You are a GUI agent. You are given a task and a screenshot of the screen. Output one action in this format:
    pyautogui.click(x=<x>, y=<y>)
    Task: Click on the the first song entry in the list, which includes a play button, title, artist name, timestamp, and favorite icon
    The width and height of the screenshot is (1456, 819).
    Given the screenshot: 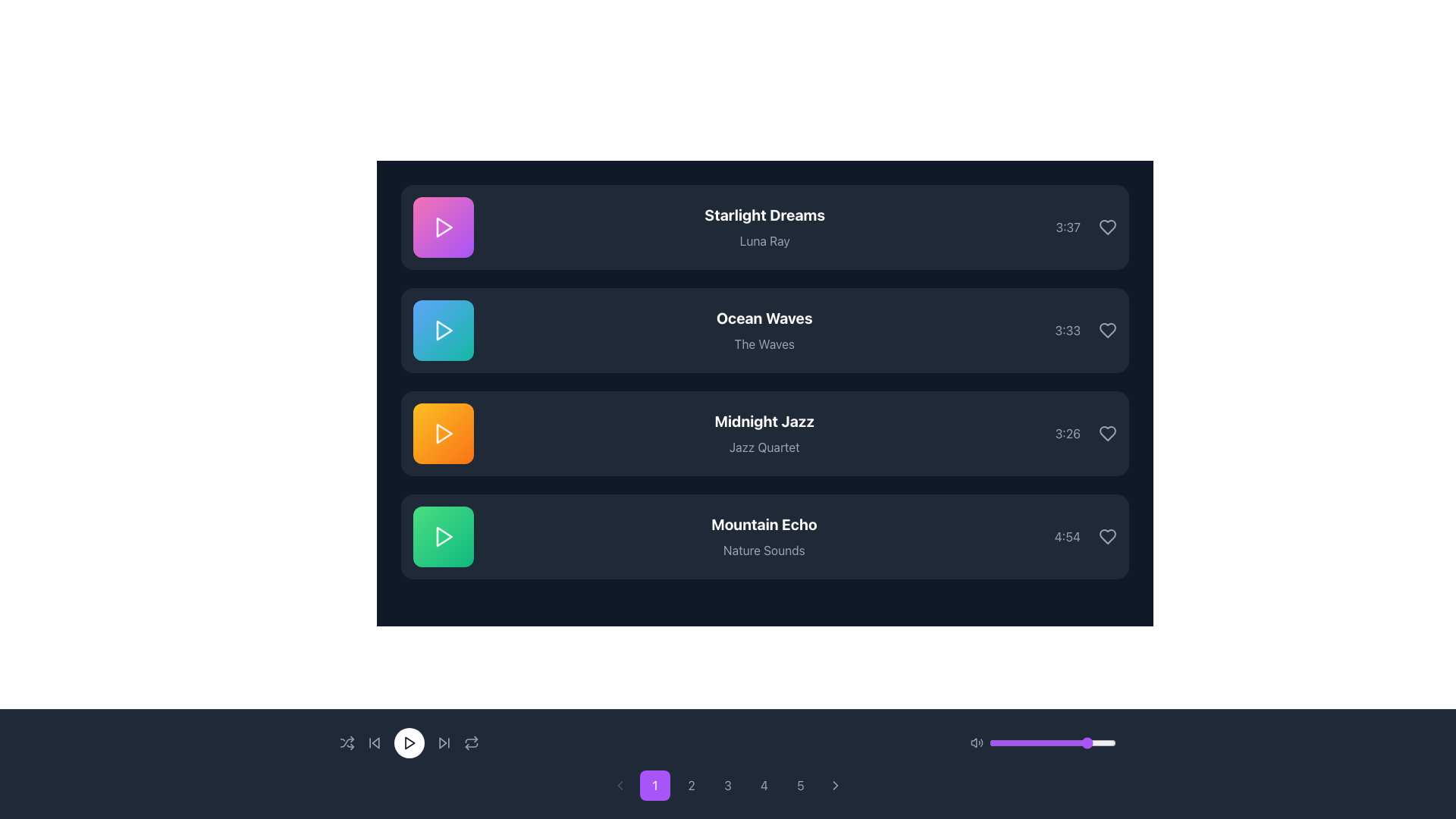 What is the action you would take?
    pyautogui.click(x=764, y=227)
    